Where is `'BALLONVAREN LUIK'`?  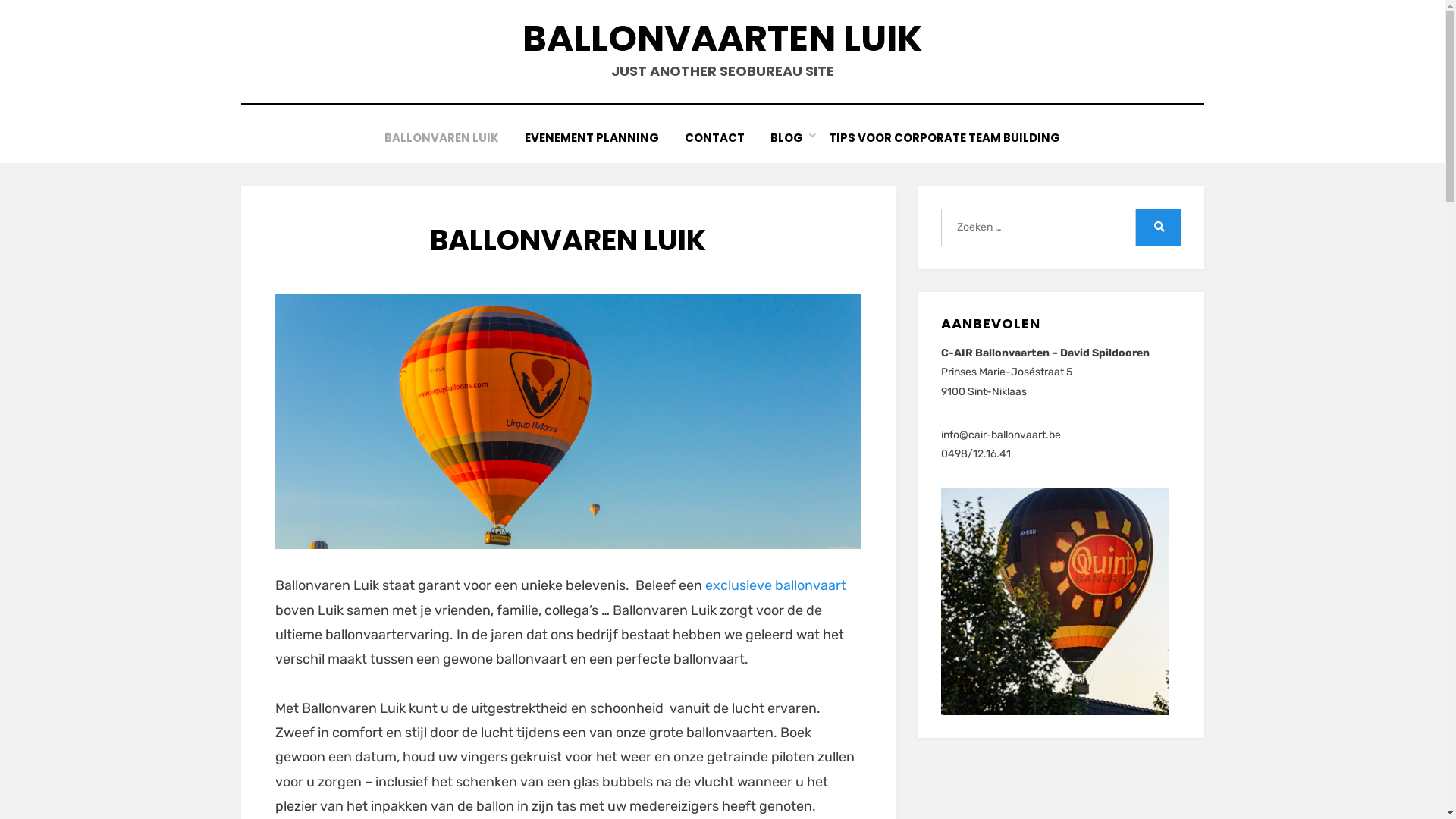 'BALLONVAREN LUIK' is located at coordinates (371, 137).